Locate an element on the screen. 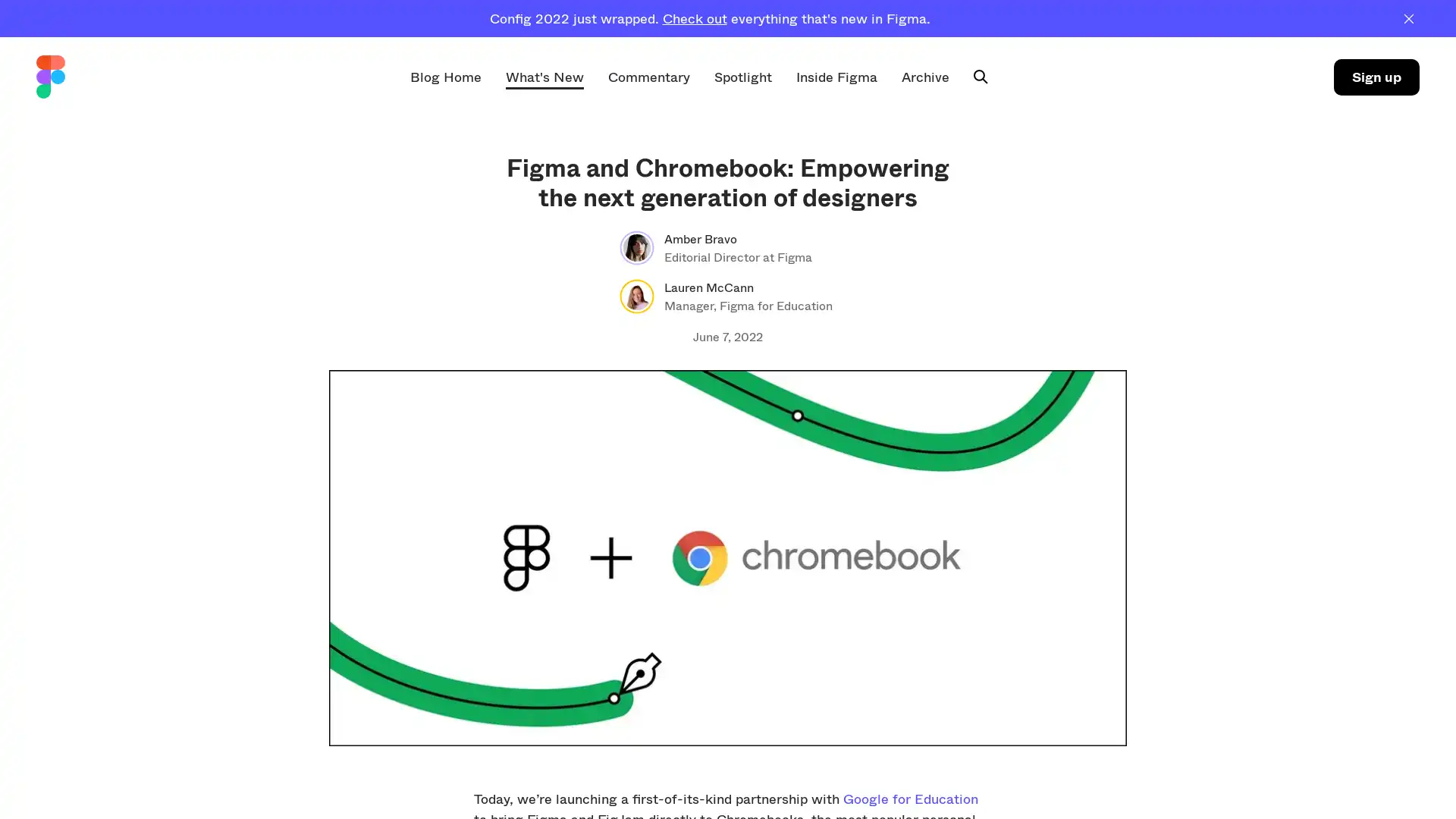 This screenshot has height=819, width=1456. Dismiss is located at coordinates (1407, 17).